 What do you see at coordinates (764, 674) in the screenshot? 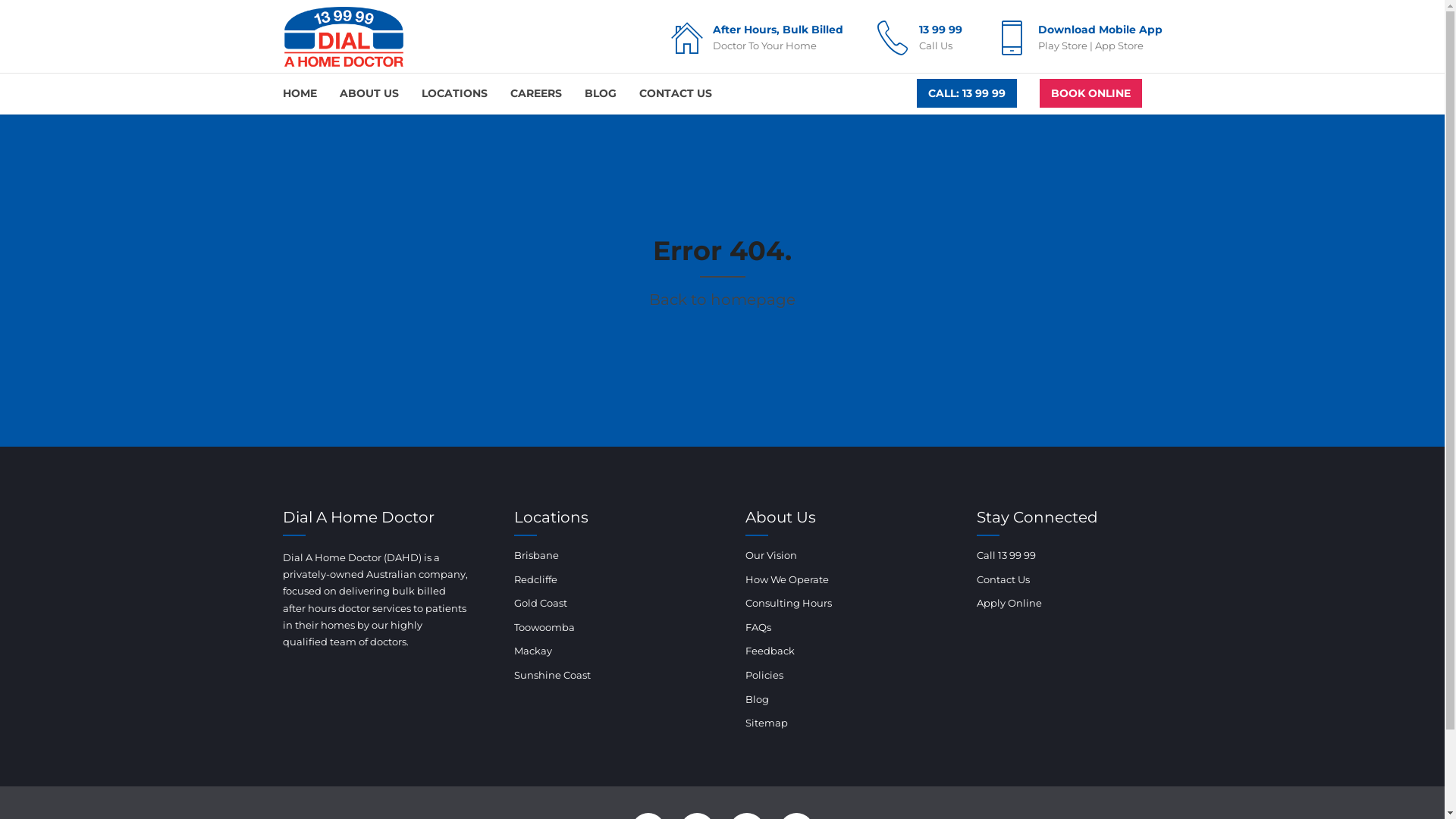
I see `'Policies'` at bounding box center [764, 674].